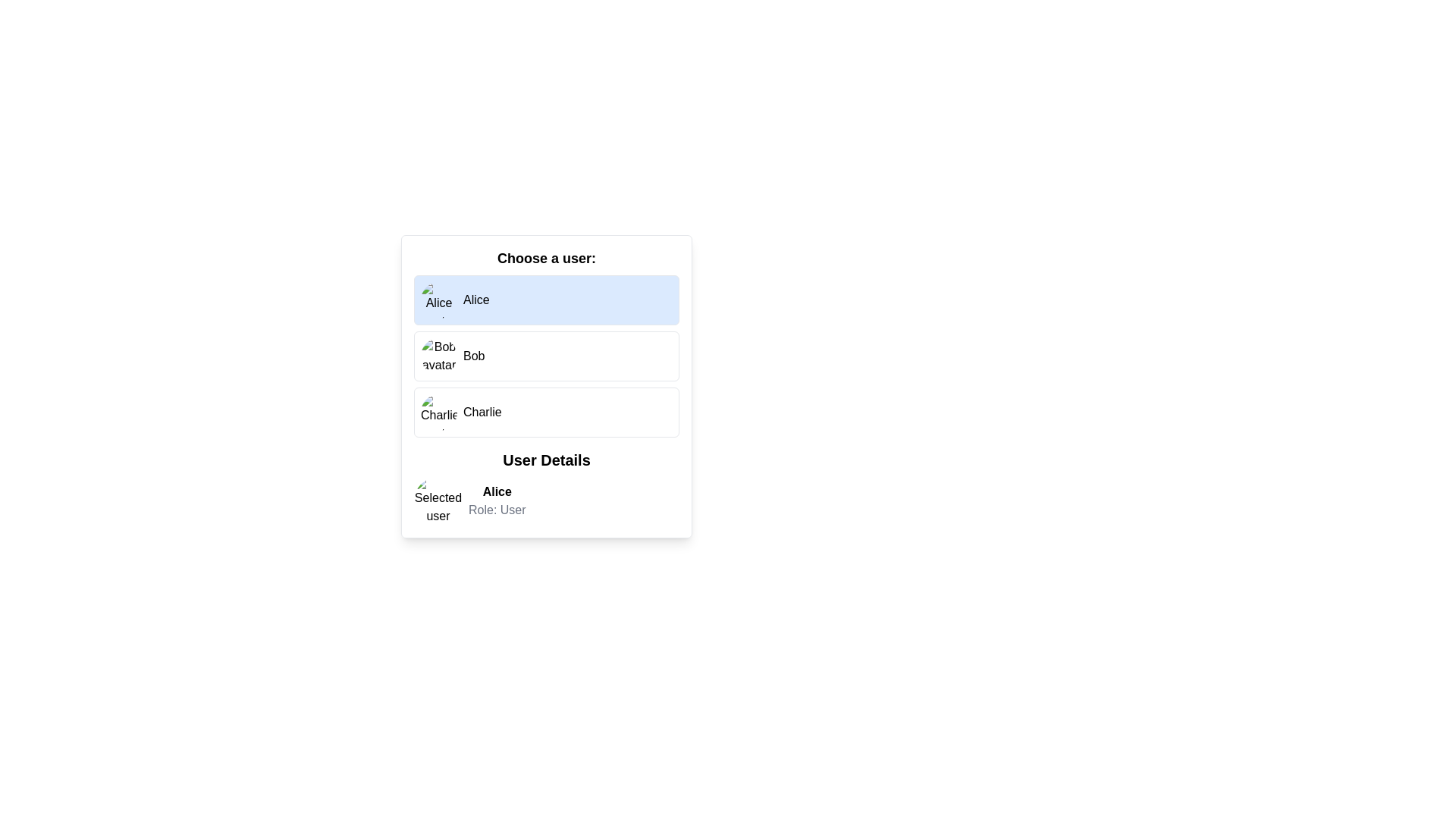 This screenshot has width=1456, height=819. Describe the element at coordinates (497, 510) in the screenshot. I see `the text label that describes the user's role, located directly beneath the 'Alice' text in the 'User Details' section` at that location.